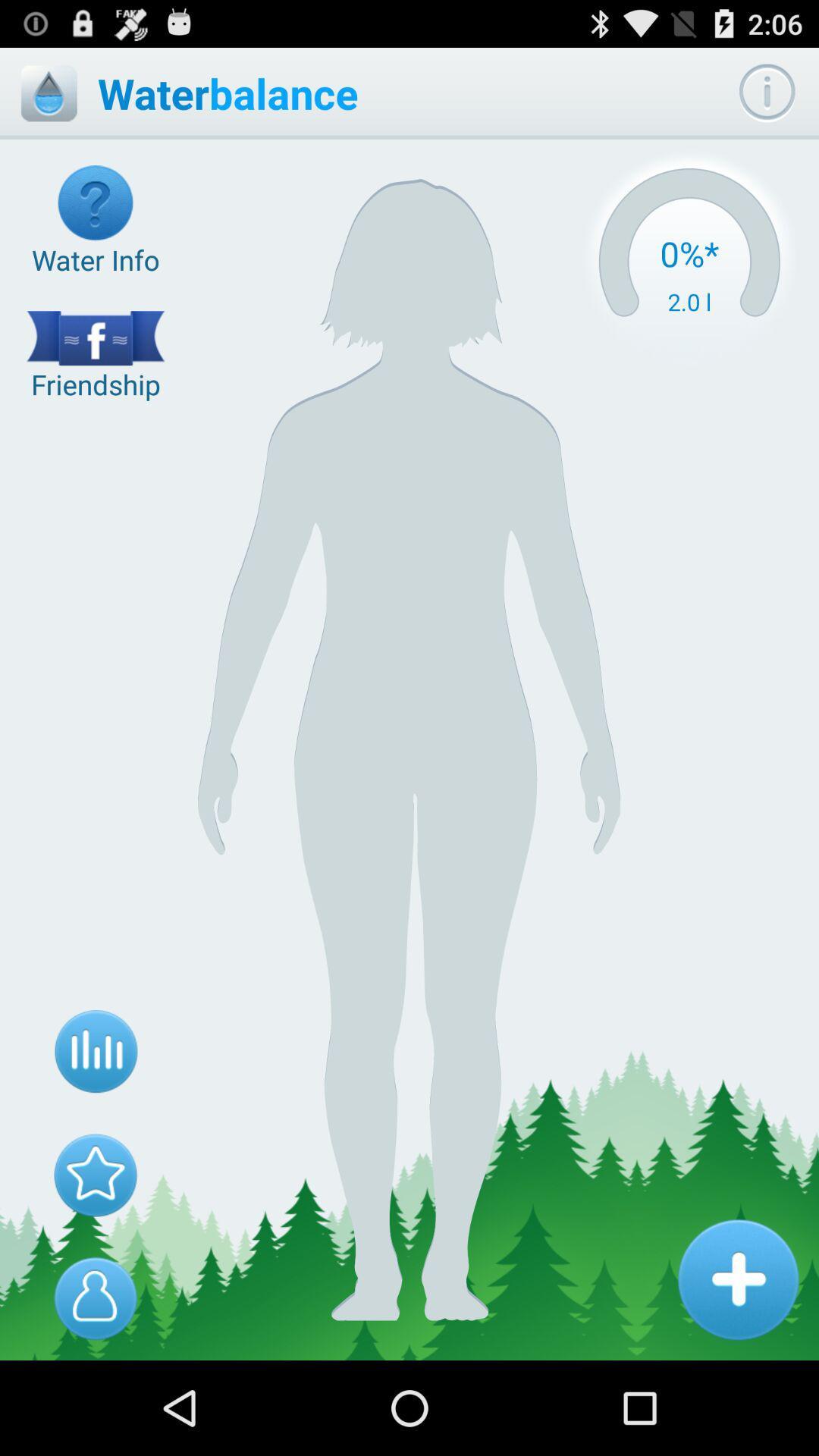 Image resolution: width=819 pixels, height=1456 pixels. Describe the element at coordinates (48, 93) in the screenshot. I see `icon to the left of the waterbalance item` at that location.